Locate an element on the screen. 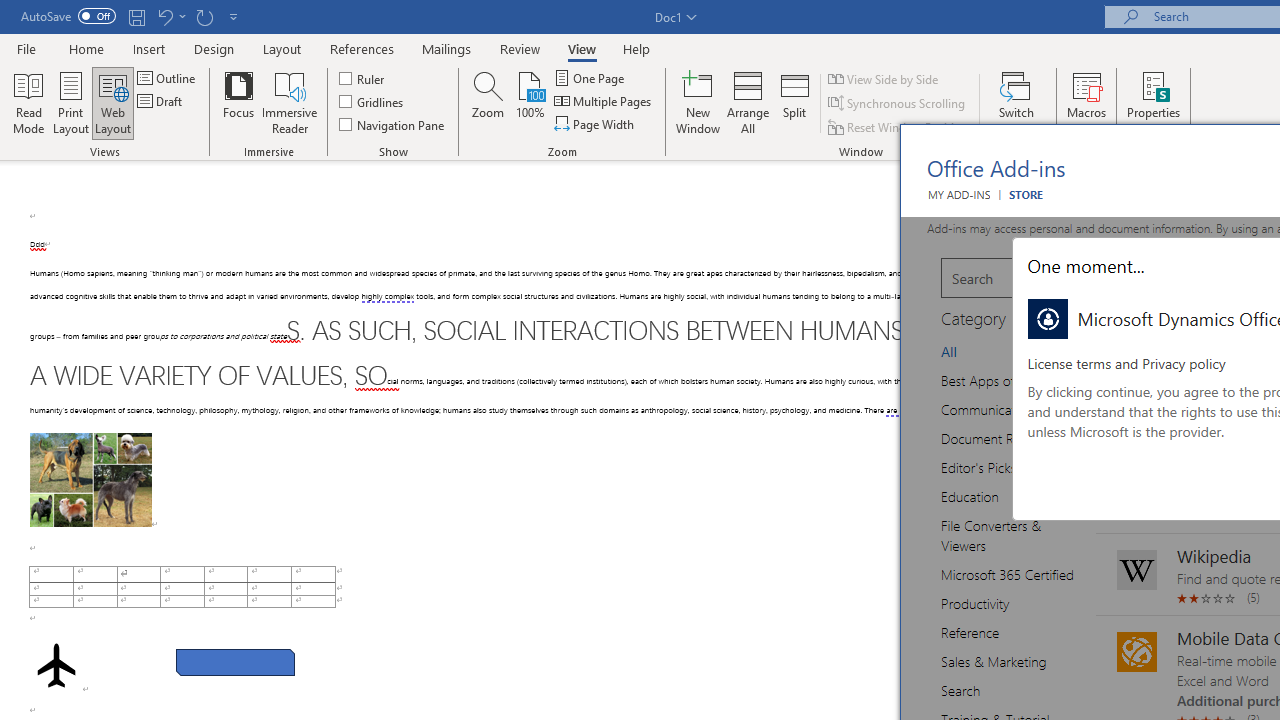 This screenshot has height=720, width=1280. 'Rectangle: Diagonal Corners Snipped 2' is located at coordinates (235, 662).